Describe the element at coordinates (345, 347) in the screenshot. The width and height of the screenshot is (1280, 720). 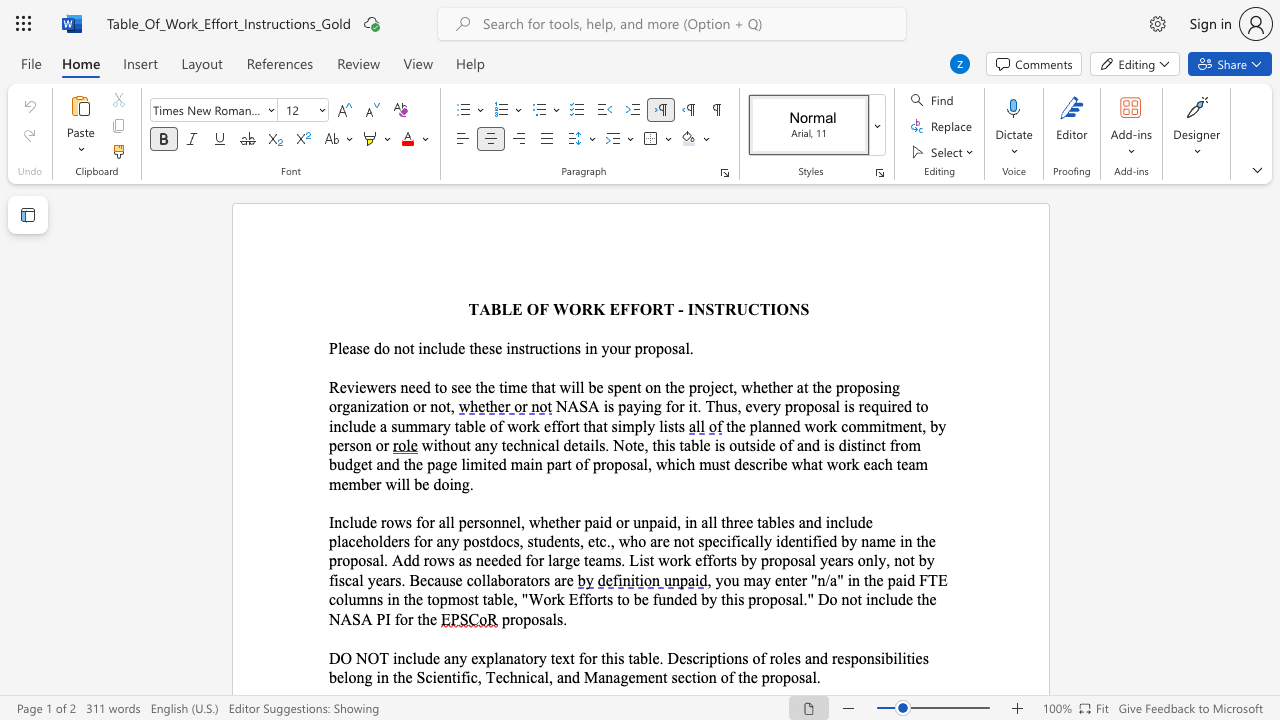
I see `the 1th character "e" in the text` at that location.